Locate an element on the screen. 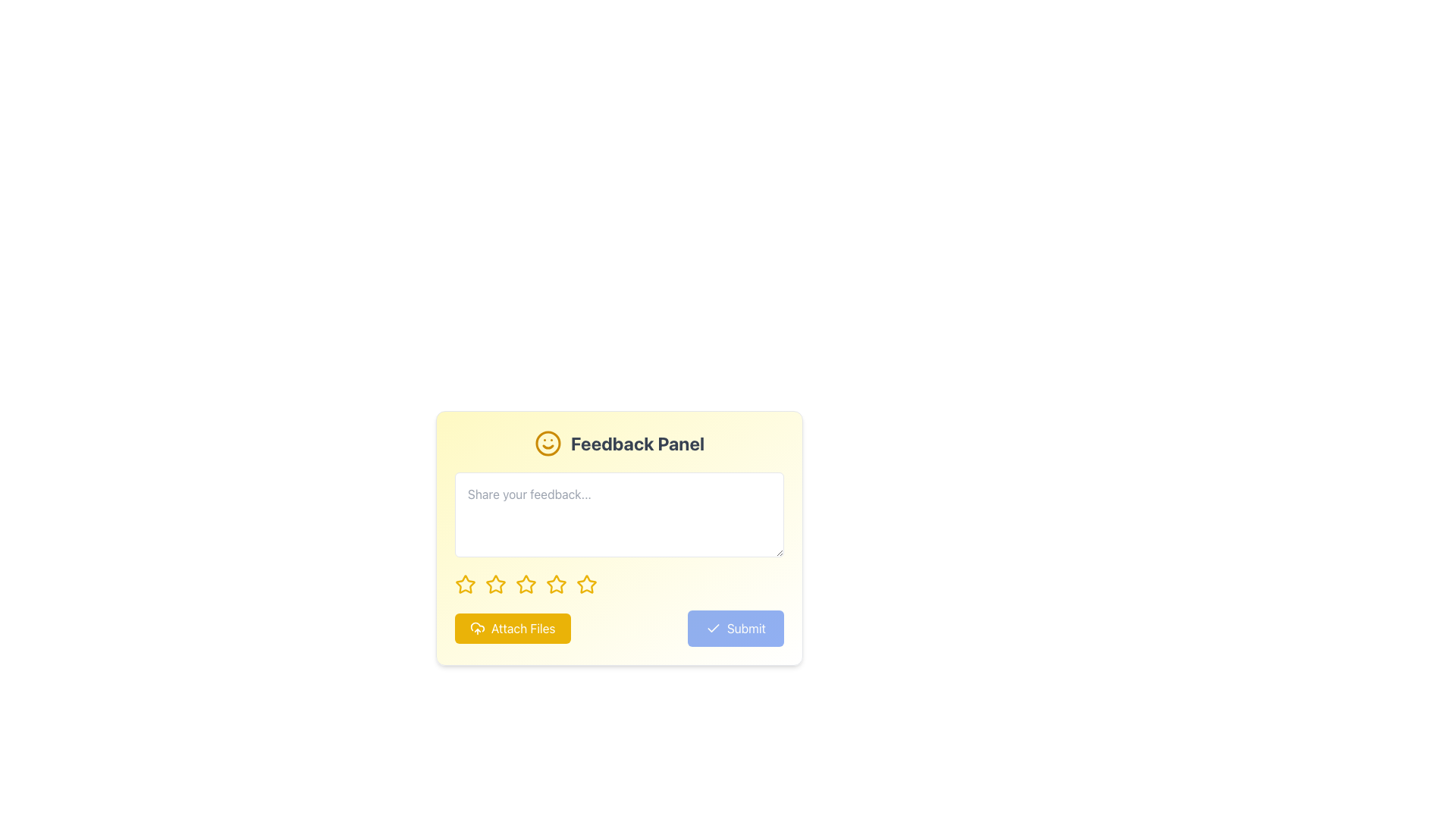 Image resolution: width=1456 pixels, height=819 pixels. the blue rectangular 'Submit' button with a white checkmark icon, which is currently in a disabled state, located at the bottom right corner of the feedback submission panel is located at coordinates (736, 629).